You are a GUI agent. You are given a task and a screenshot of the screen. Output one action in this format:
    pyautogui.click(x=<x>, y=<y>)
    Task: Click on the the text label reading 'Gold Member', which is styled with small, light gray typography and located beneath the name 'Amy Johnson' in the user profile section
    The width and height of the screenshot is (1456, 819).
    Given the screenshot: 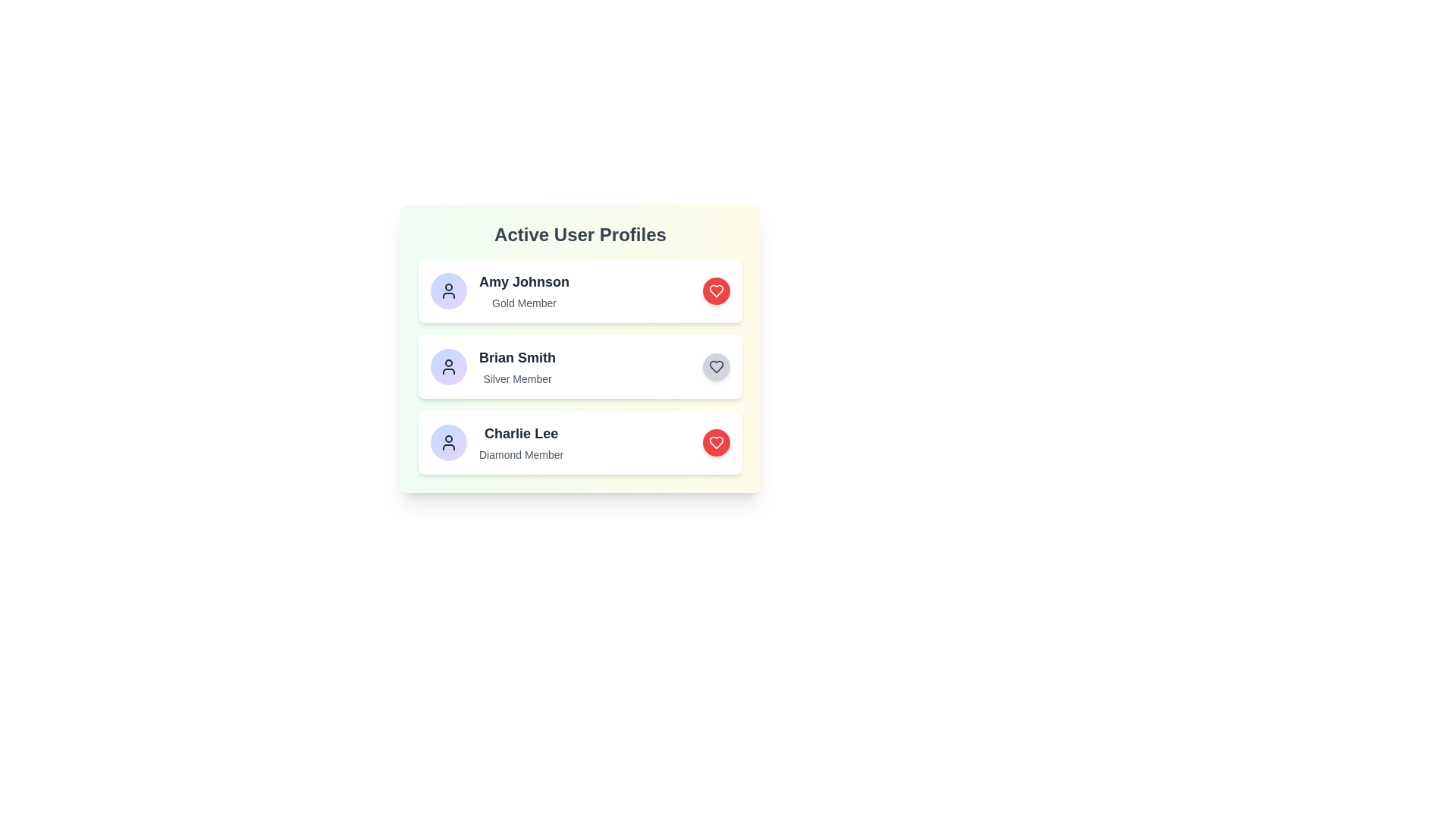 What is the action you would take?
    pyautogui.click(x=524, y=303)
    